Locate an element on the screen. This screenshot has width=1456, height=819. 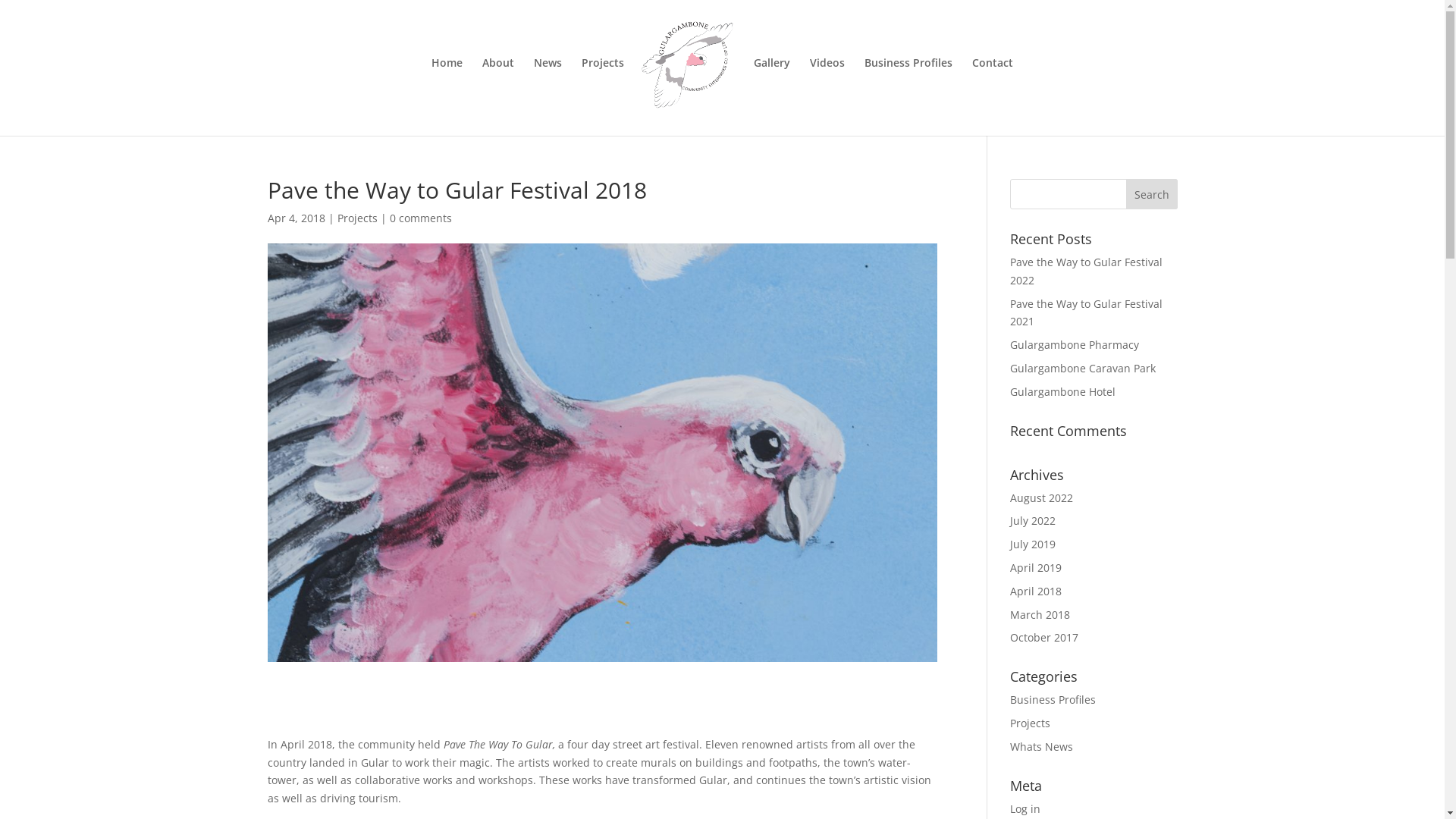
'Contact' is located at coordinates (993, 96).